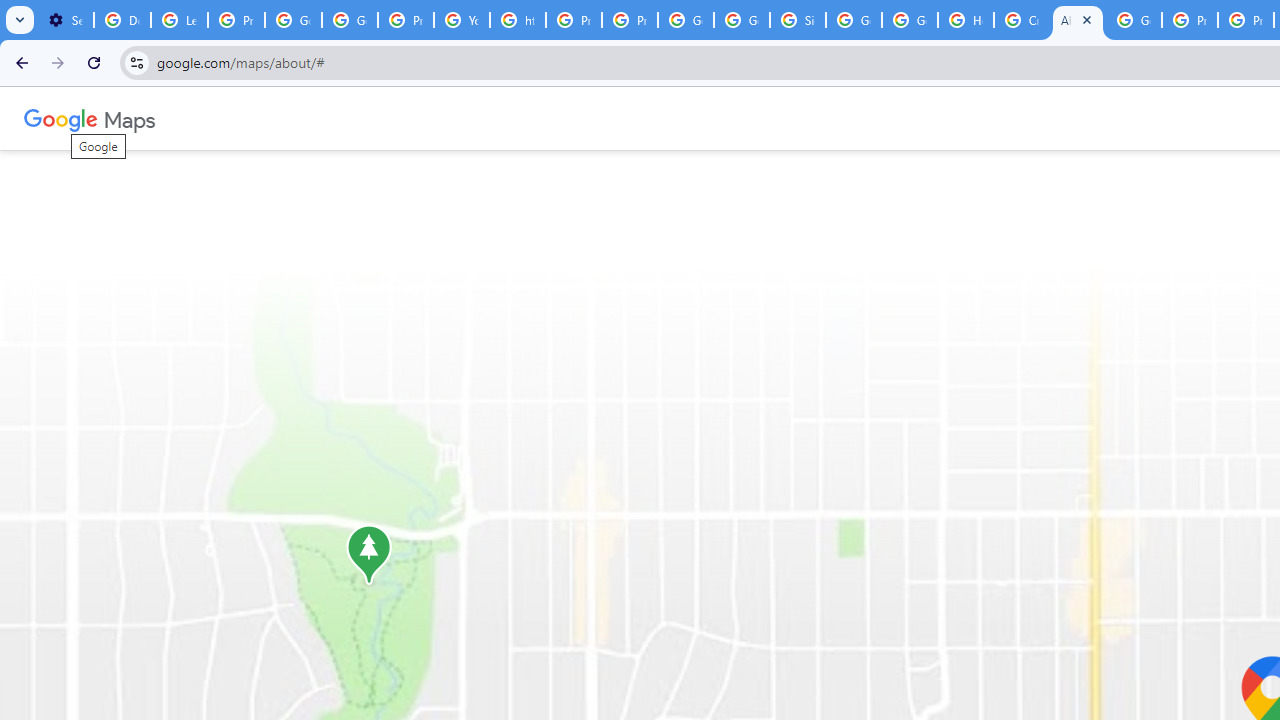 This screenshot has width=1280, height=720. Describe the element at coordinates (61, 118) in the screenshot. I see `'Google'` at that location.